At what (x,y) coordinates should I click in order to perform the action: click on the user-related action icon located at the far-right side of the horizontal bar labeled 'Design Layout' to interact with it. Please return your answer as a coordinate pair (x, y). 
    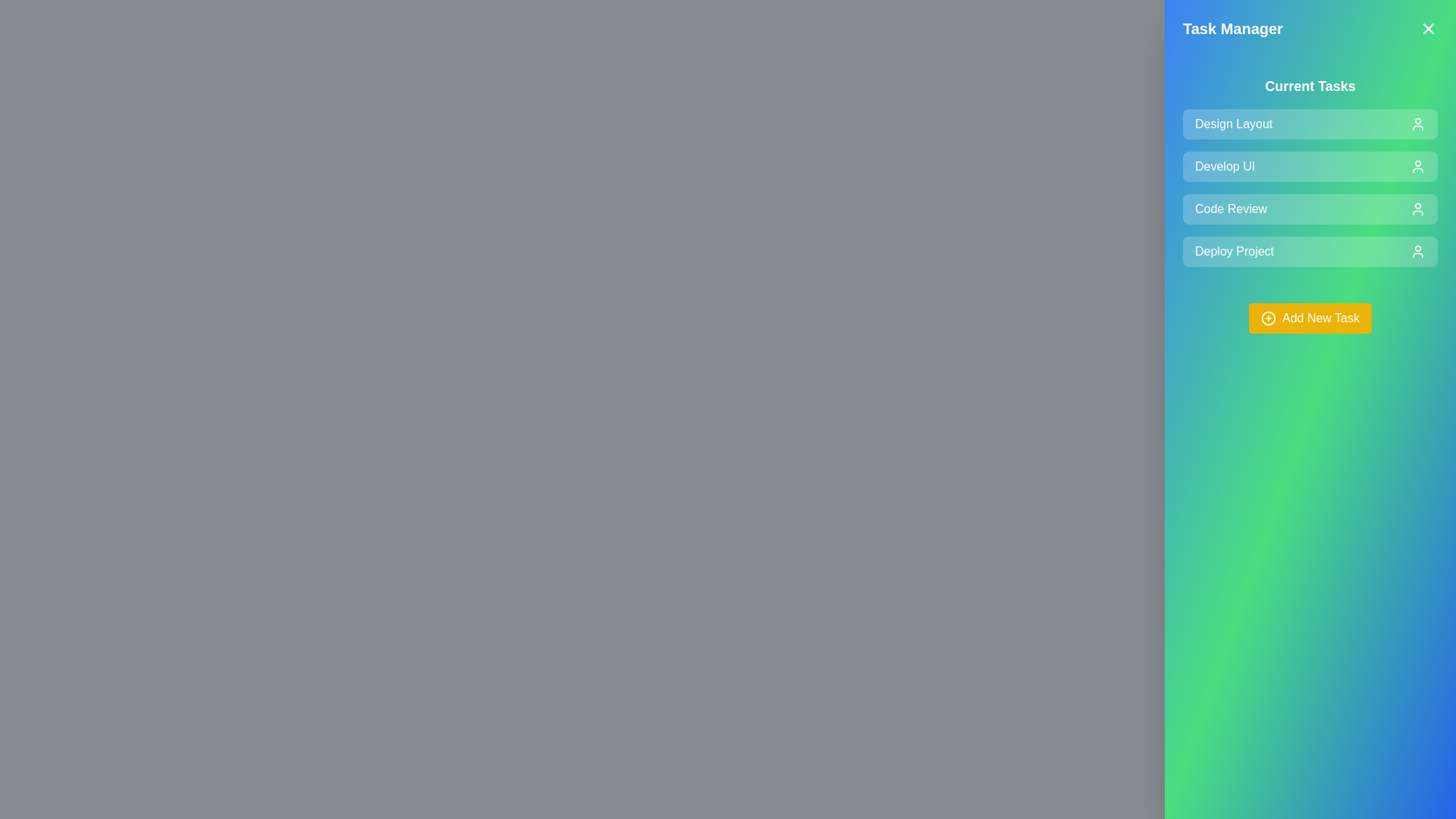
    Looking at the image, I should click on (1417, 124).